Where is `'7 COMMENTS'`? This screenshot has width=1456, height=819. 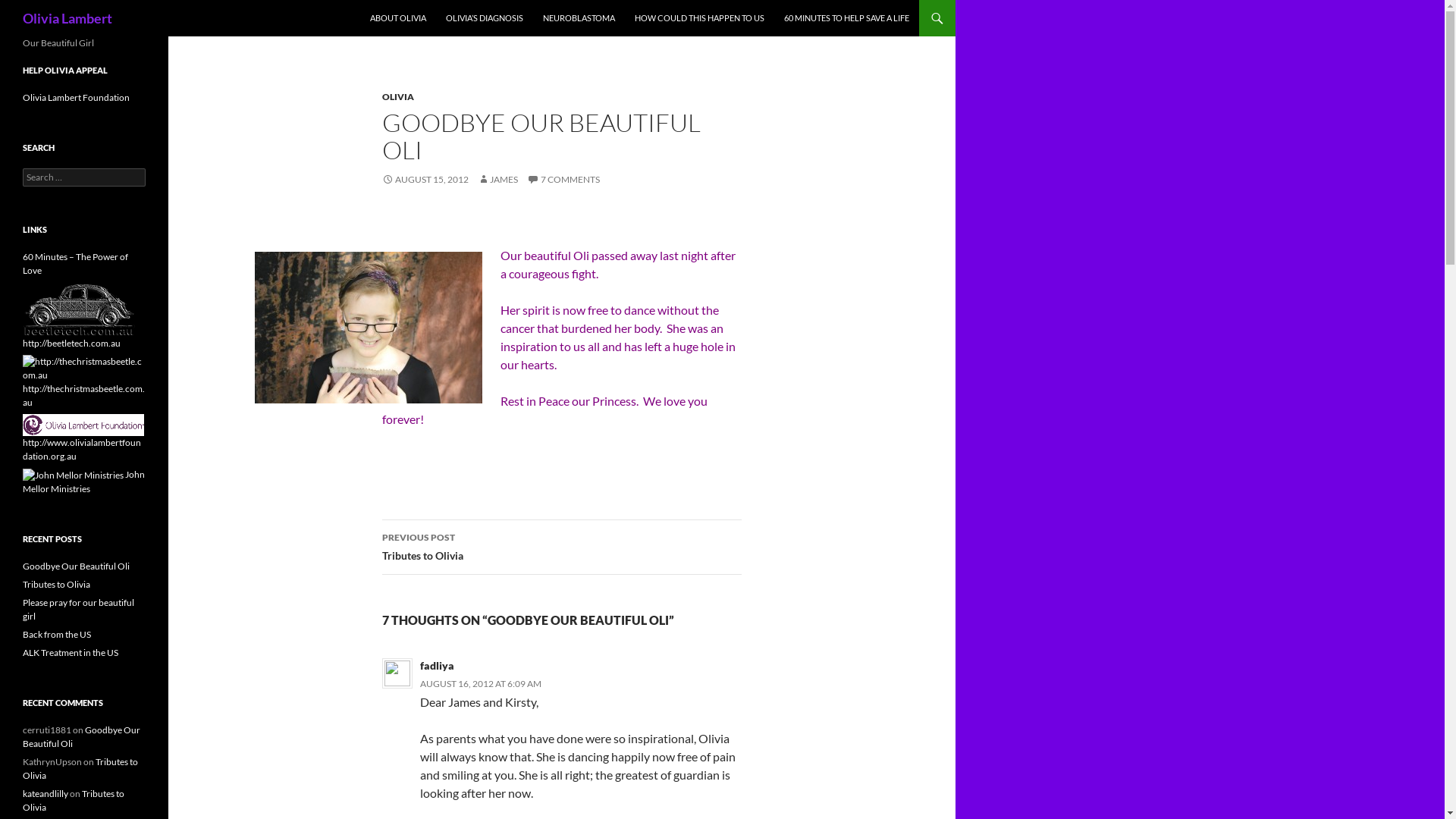
'7 COMMENTS' is located at coordinates (563, 178).